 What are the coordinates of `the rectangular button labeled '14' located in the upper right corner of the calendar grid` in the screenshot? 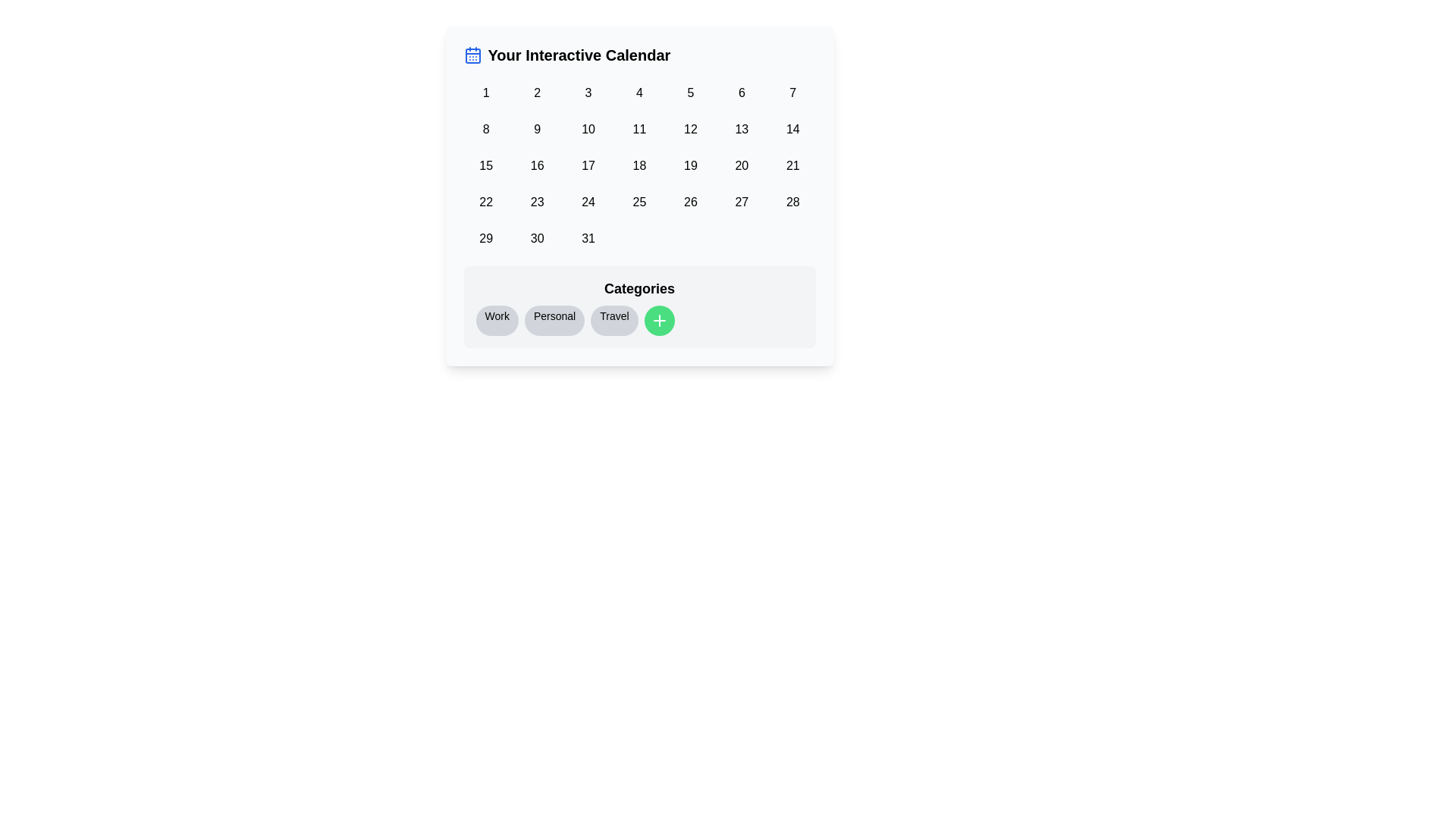 It's located at (792, 128).